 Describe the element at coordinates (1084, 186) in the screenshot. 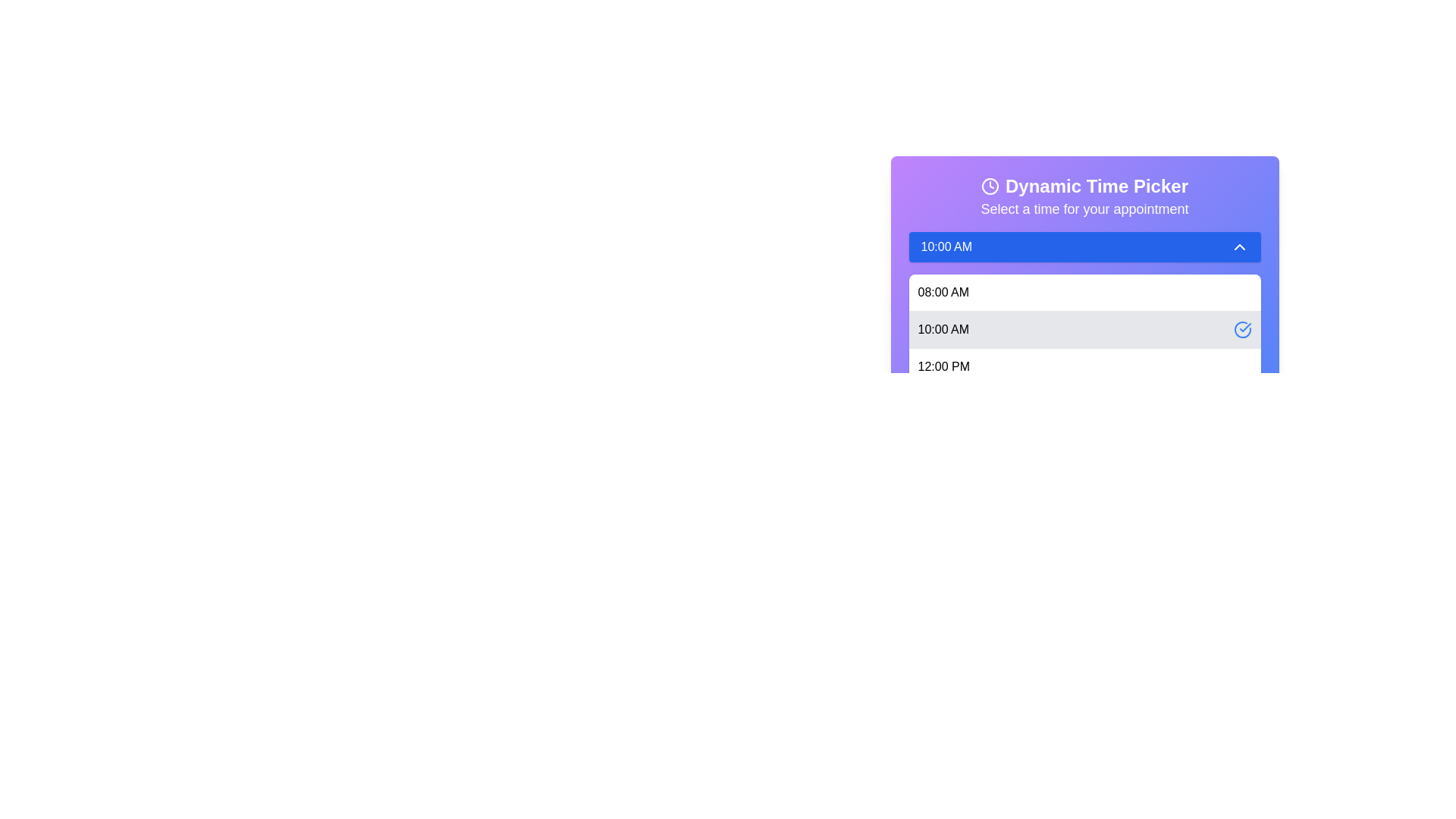

I see `the Title with icon that serves as a header for the time selection interface, providing context to the user about the dropdown menu and associated controls` at that location.